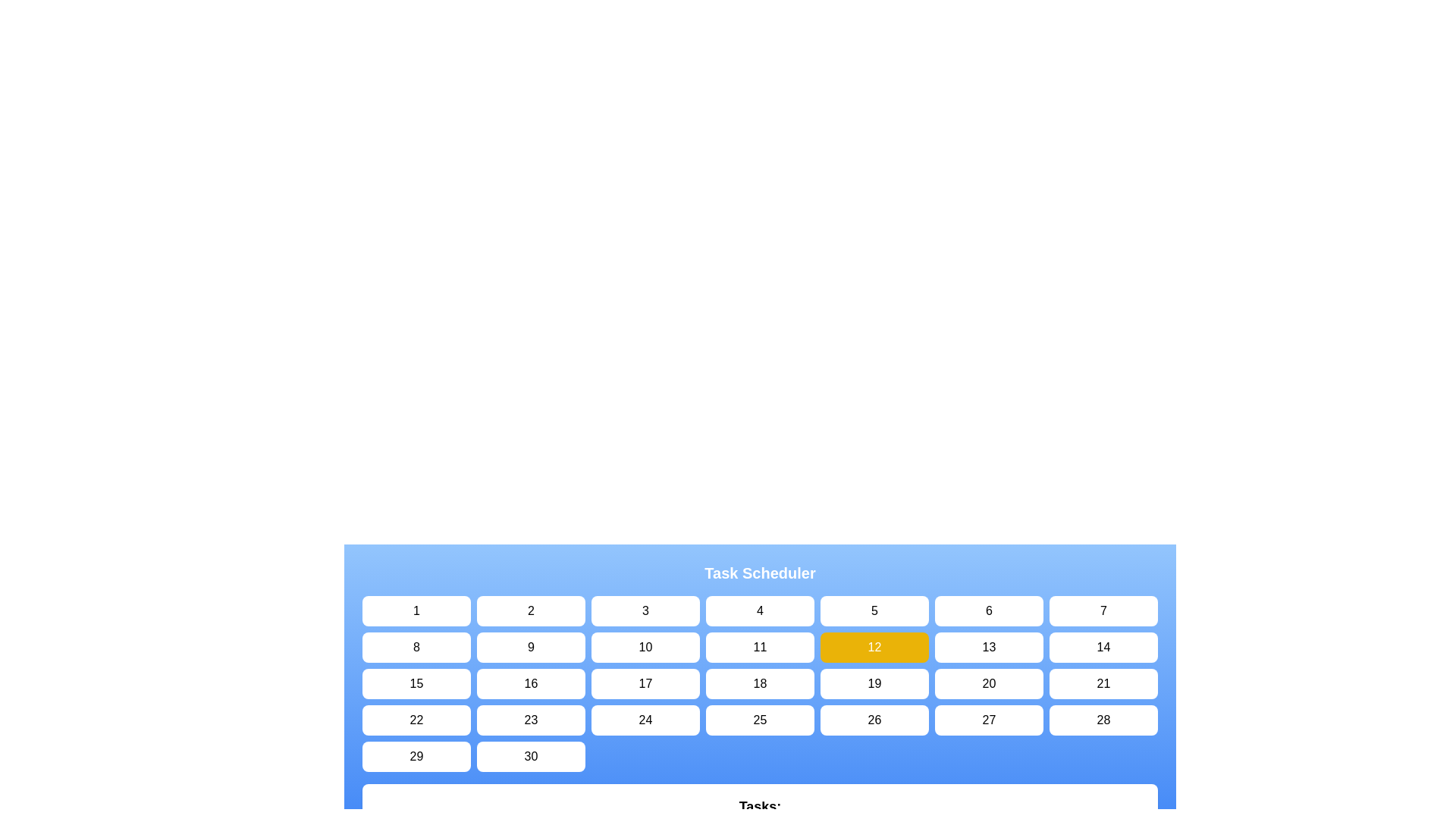  I want to click on the button labeled '19' in the grid, located in the third row and fifth column, so click(874, 684).